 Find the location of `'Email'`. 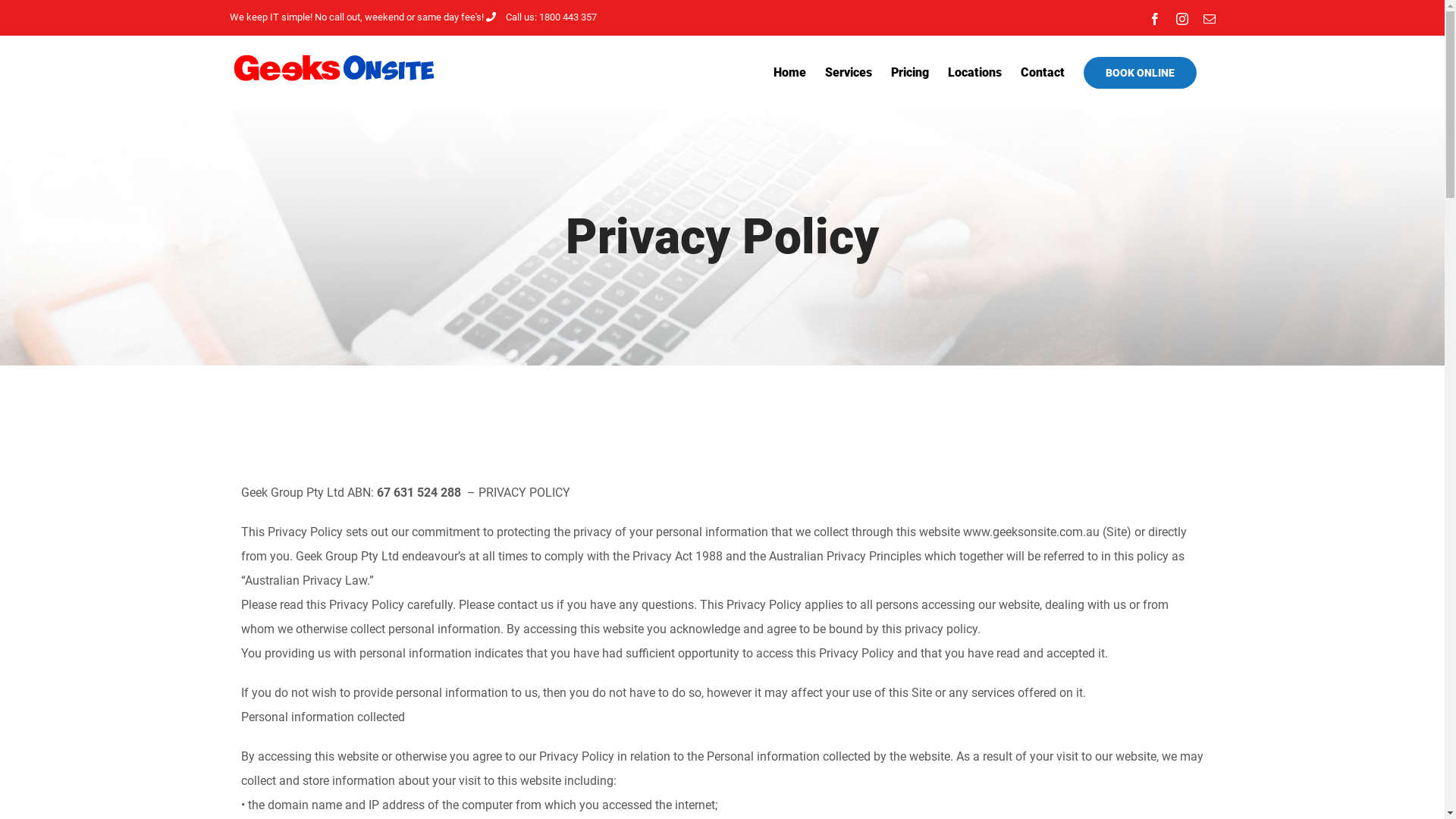

'Email' is located at coordinates (1207, 17).